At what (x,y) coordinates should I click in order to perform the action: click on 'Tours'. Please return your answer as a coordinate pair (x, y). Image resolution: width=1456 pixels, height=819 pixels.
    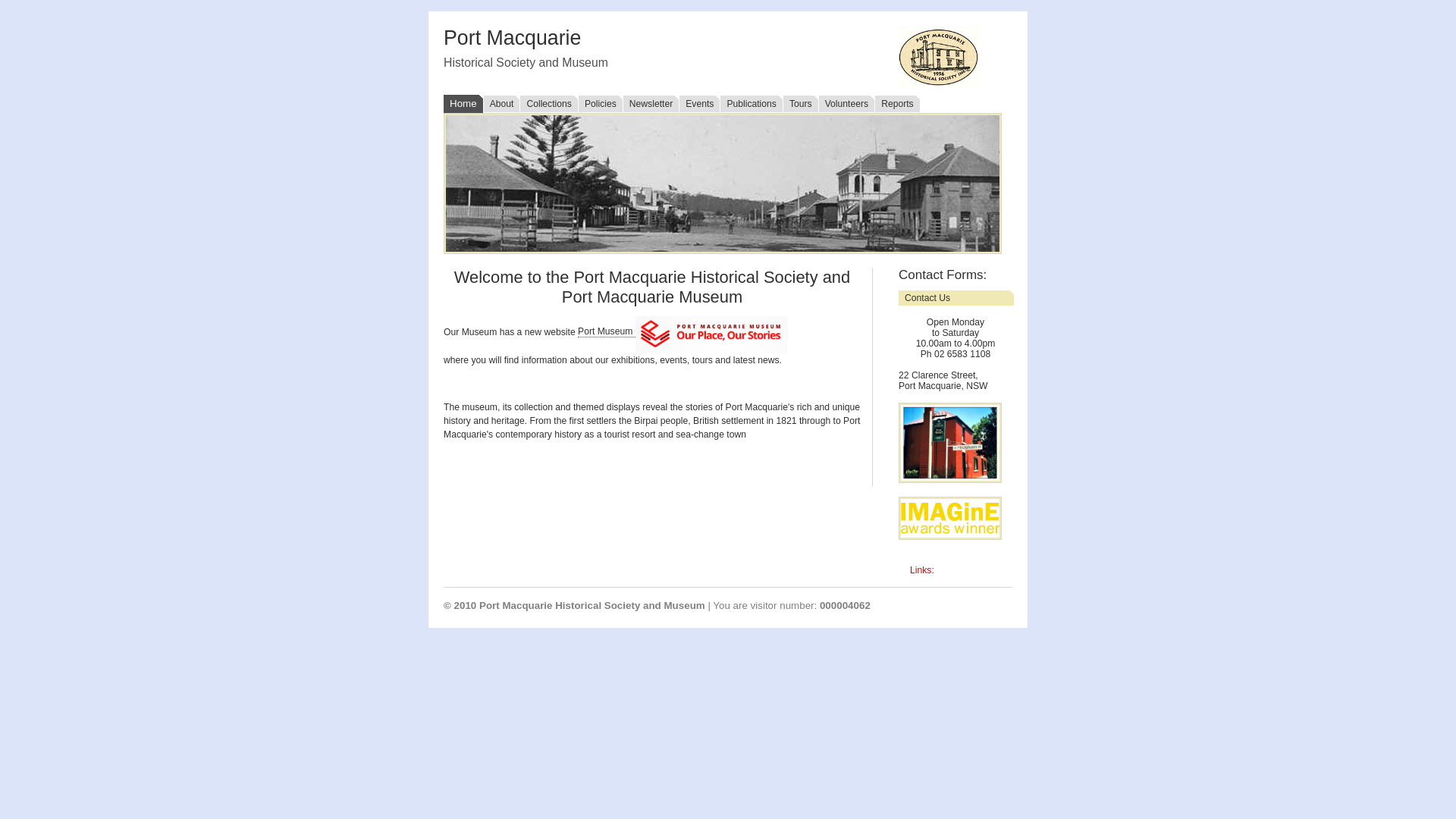
    Looking at the image, I should click on (799, 103).